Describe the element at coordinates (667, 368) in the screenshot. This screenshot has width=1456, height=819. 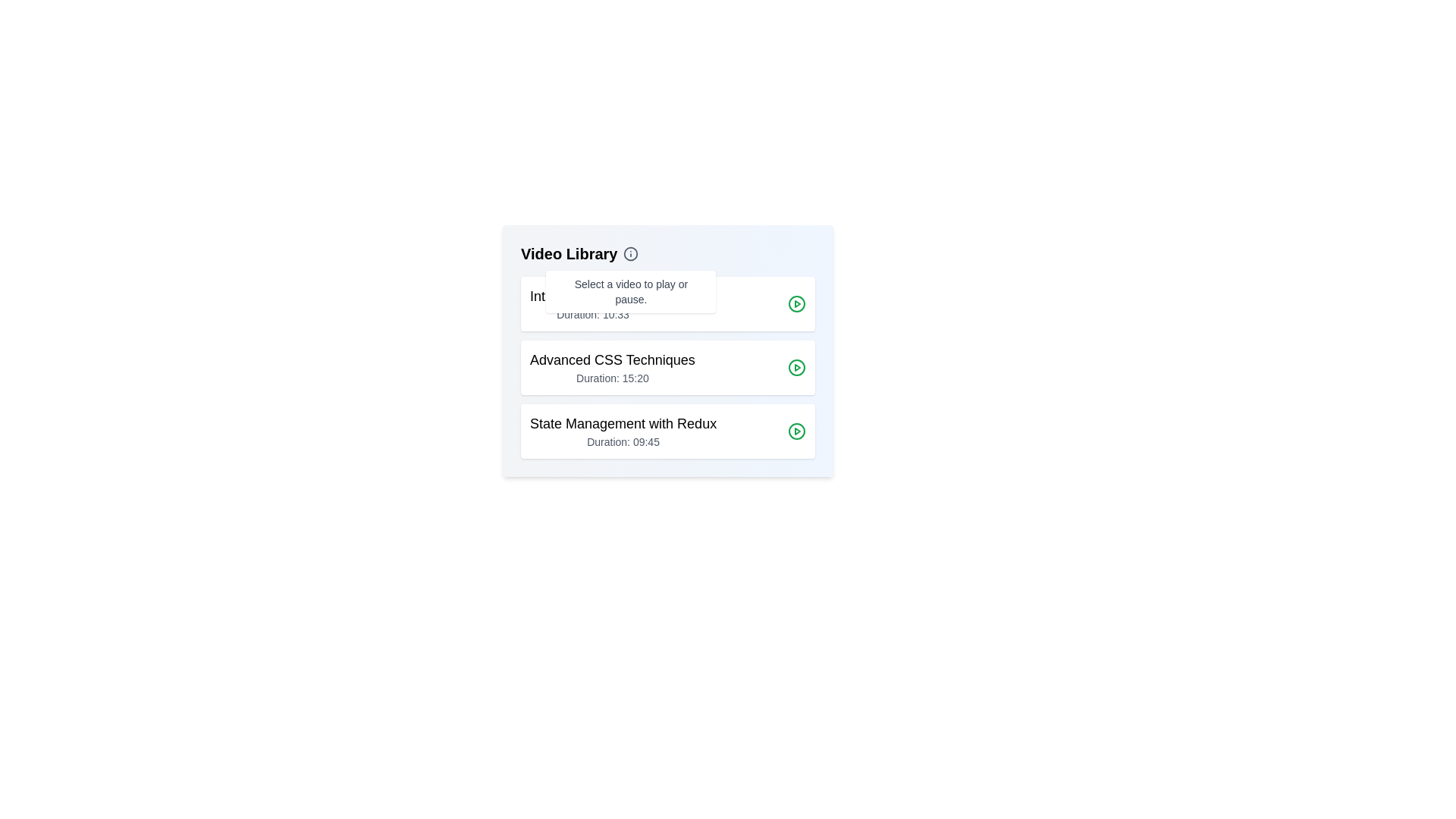
I see `the second video entry` at that location.